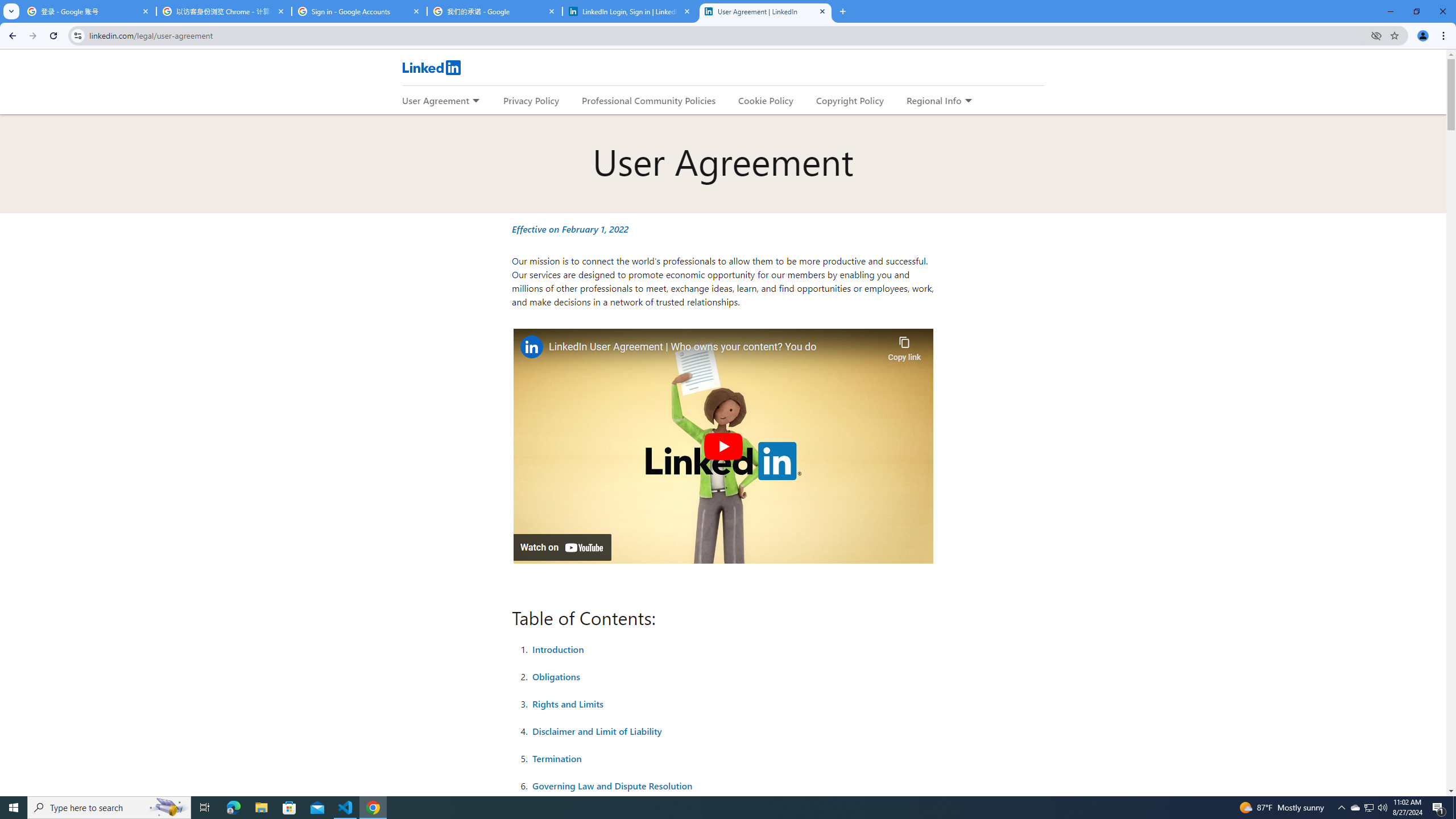 This screenshot has width=1456, height=819. What do you see at coordinates (557, 758) in the screenshot?
I see `'Termination'` at bounding box center [557, 758].